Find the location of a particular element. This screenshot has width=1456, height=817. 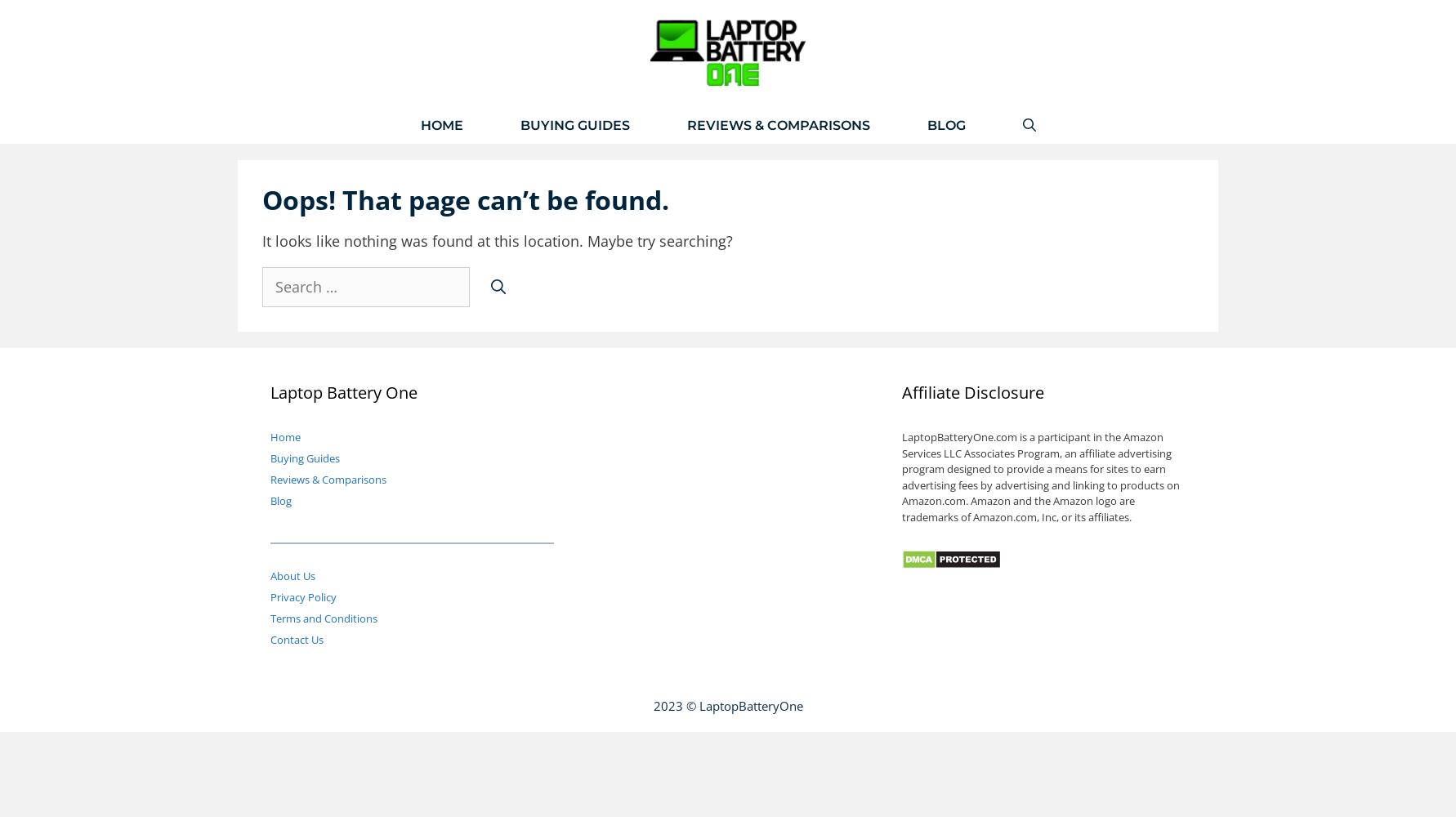

'2023 © LaptopBatteryOne' is located at coordinates (726, 705).